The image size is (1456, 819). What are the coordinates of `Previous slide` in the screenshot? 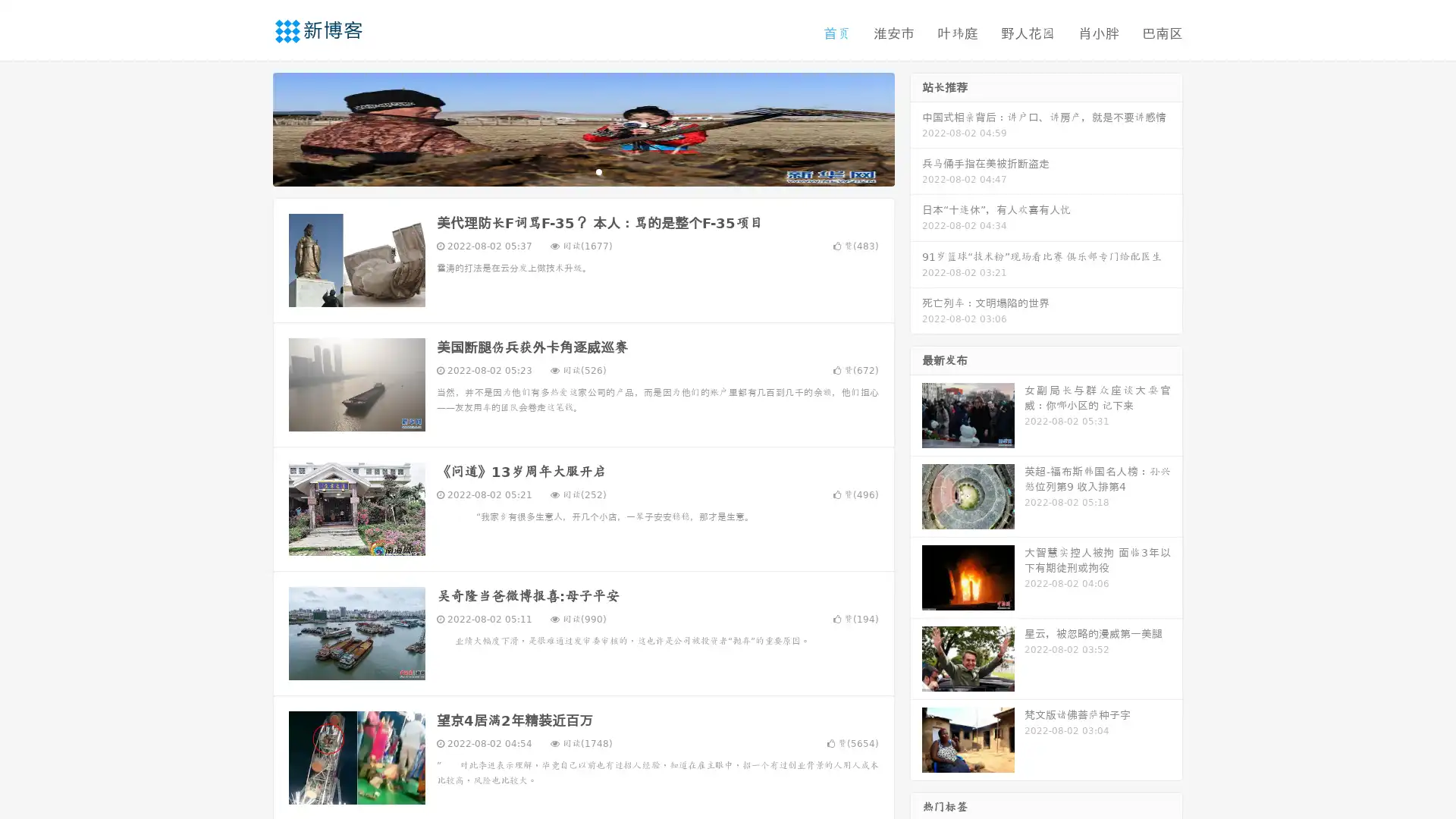 It's located at (250, 127).